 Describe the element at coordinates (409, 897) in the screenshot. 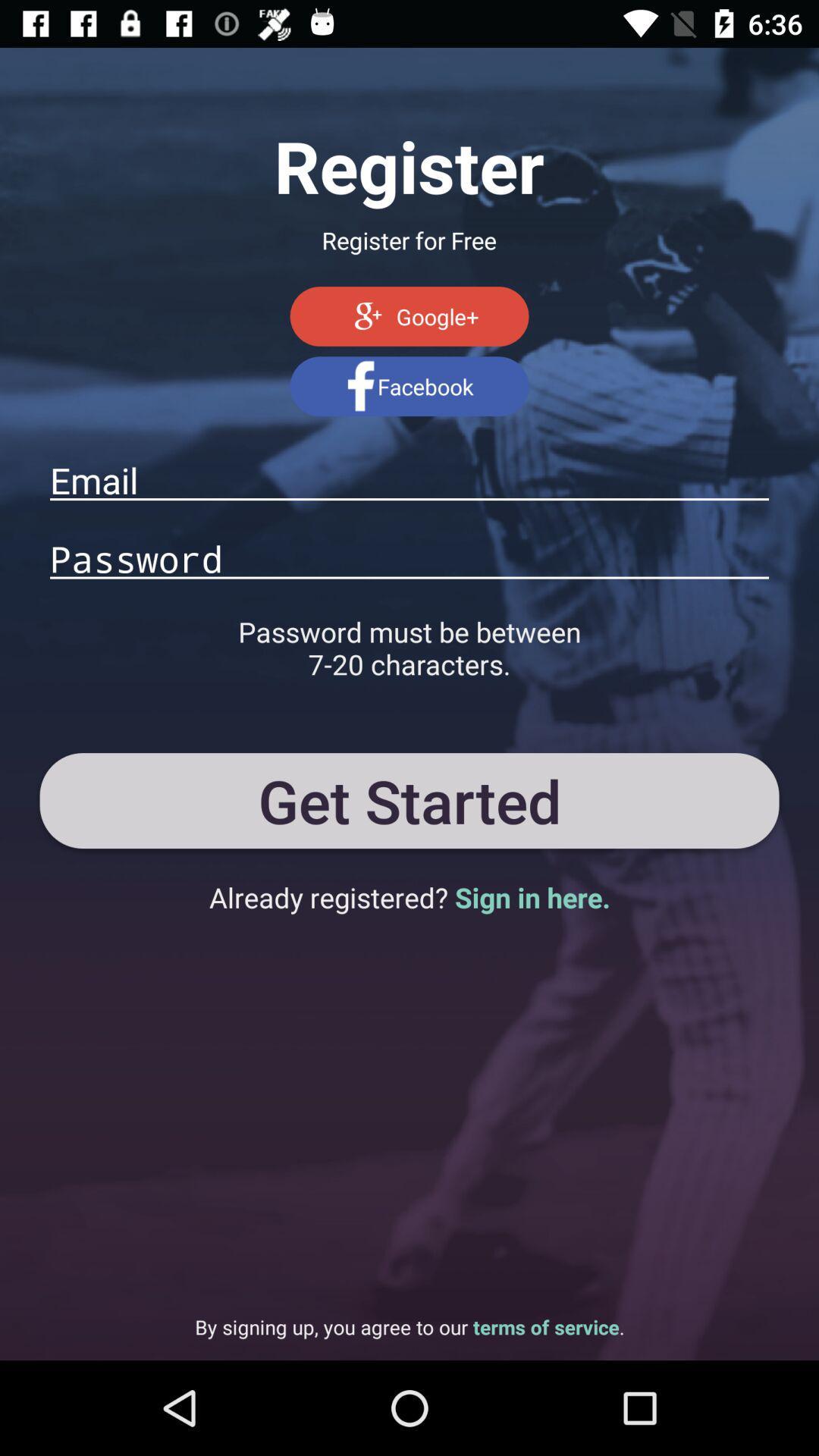

I see `the already registered sign app` at that location.